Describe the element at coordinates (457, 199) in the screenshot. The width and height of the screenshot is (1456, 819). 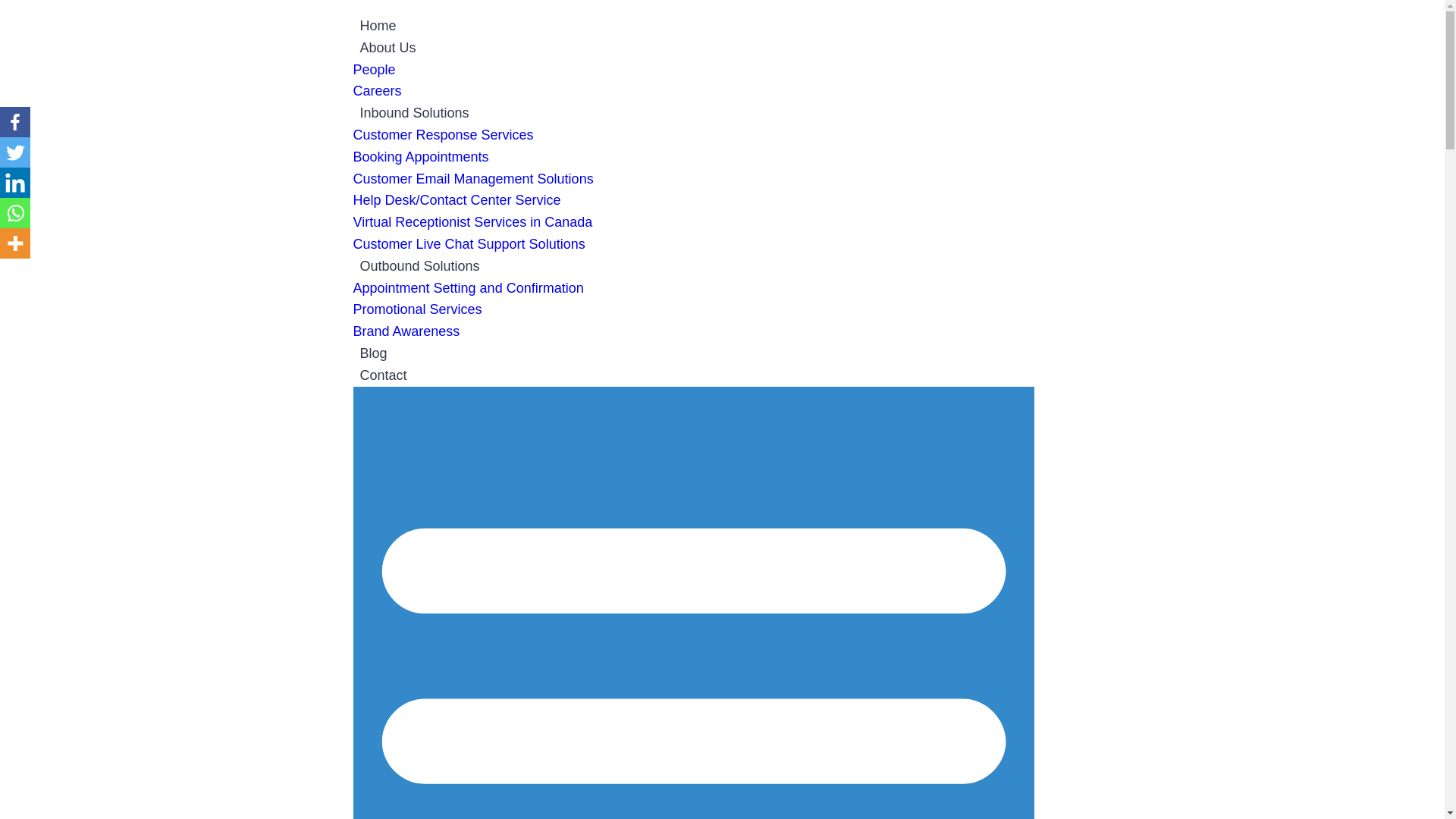
I see `'Help Desk/Contact Center Service'` at that location.